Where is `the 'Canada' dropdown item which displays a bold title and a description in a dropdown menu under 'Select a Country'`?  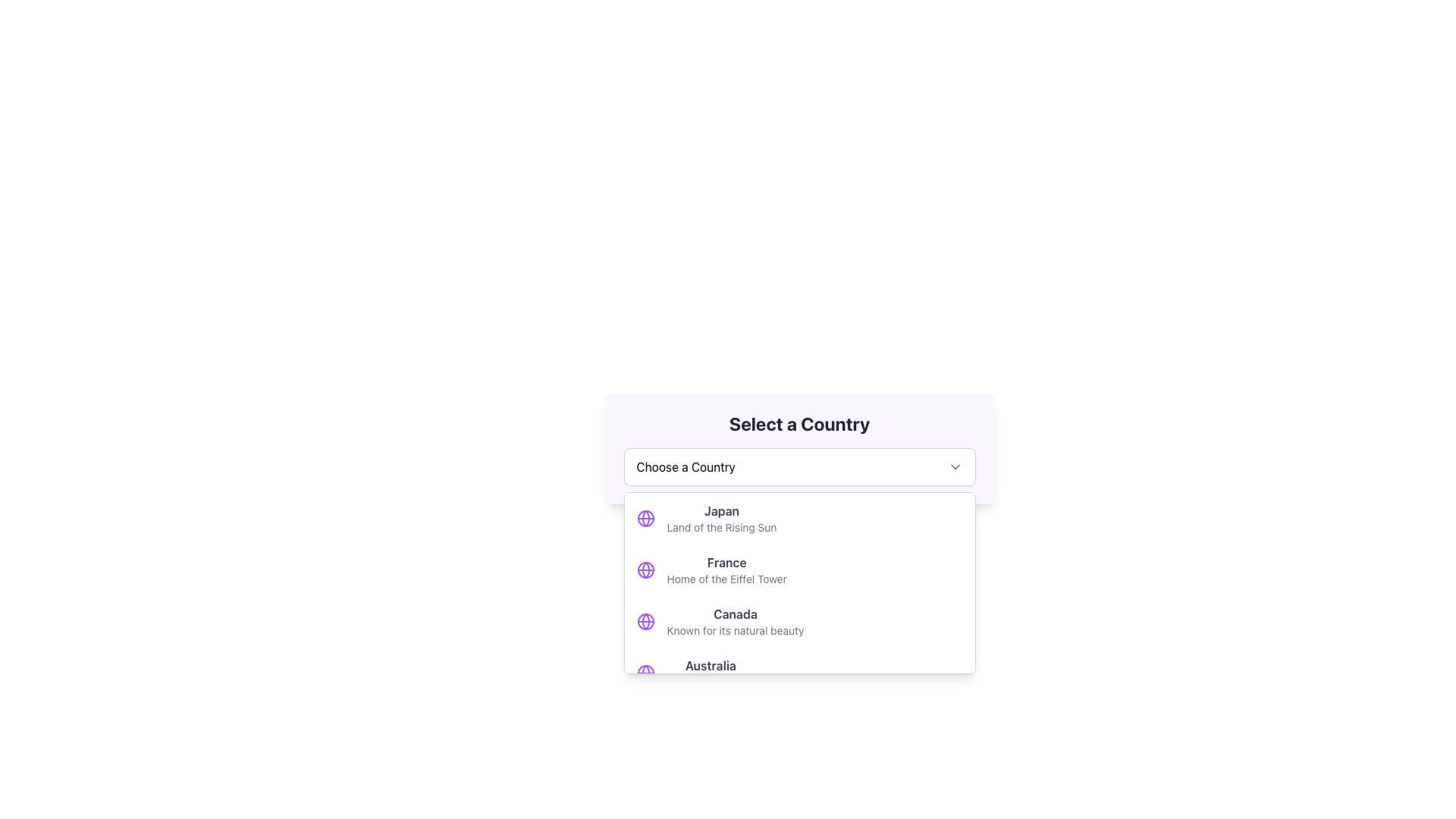 the 'Canada' dropdown item which displays a bold title and a description in a dropdown menu under 'Select a Country' is located at coordinates (799, 622).